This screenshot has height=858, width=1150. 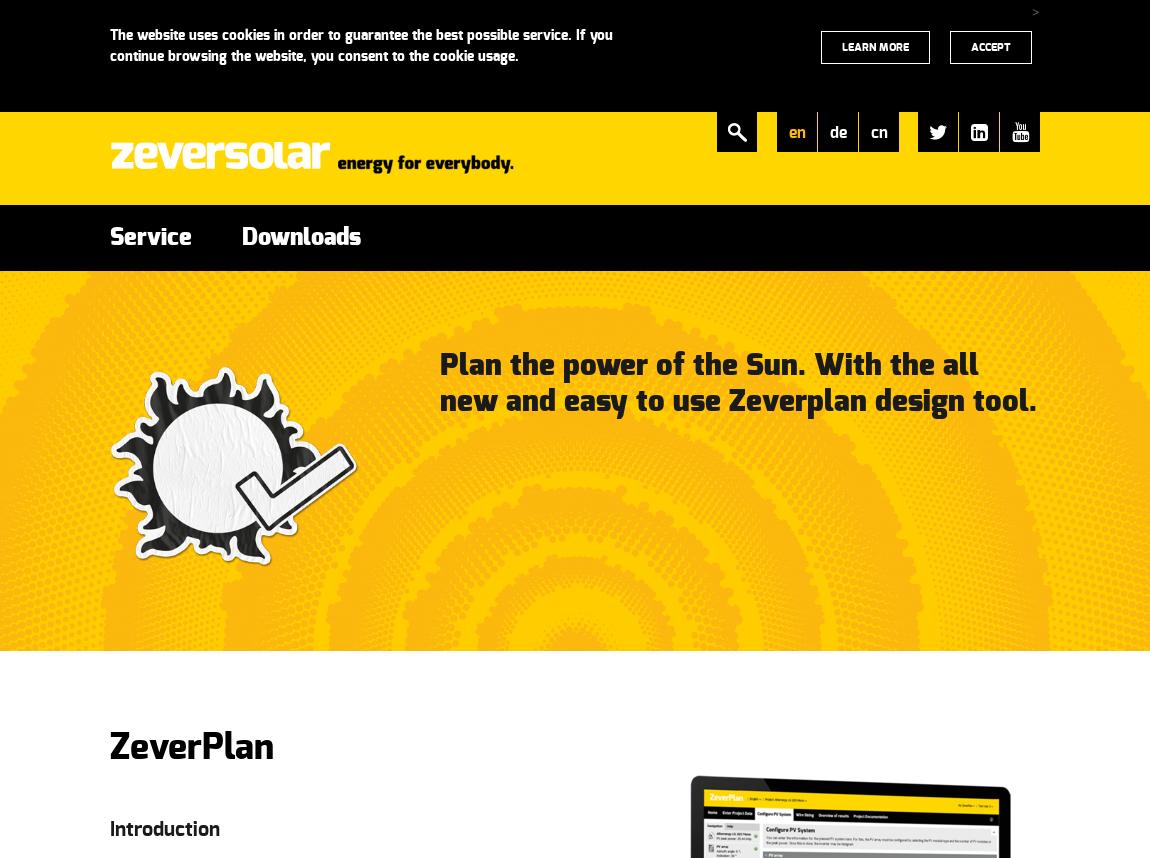 What do you see at coordinates (109, 237) in the screenshot?
I see `'Service'` at bounding box center [109, 237].